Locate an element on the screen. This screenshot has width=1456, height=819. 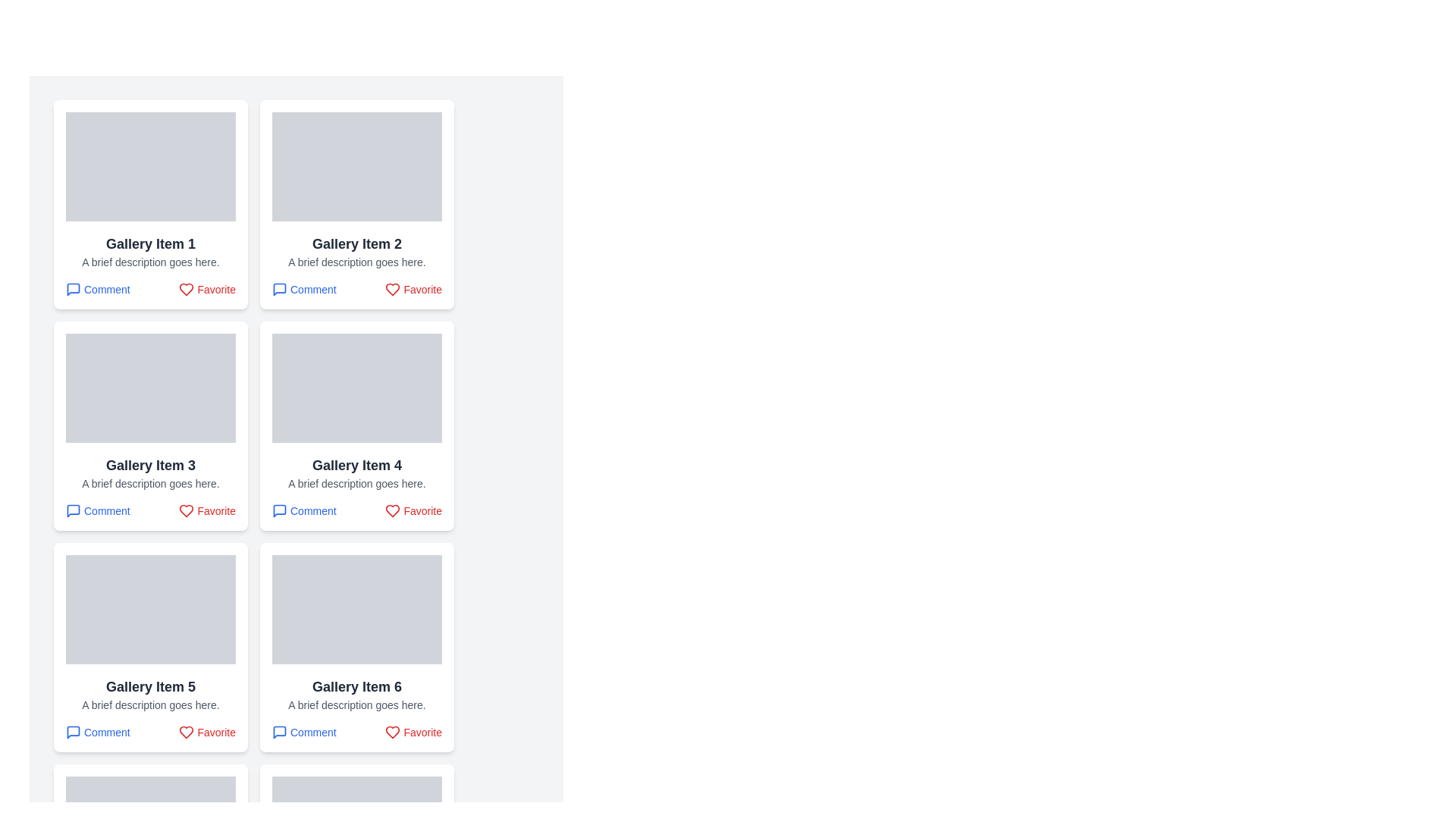
the heart icon representing the 'favorite' functionality located in the bottom right corner of the 'Gallery Item 6' card is located at coordinates (393, 731).